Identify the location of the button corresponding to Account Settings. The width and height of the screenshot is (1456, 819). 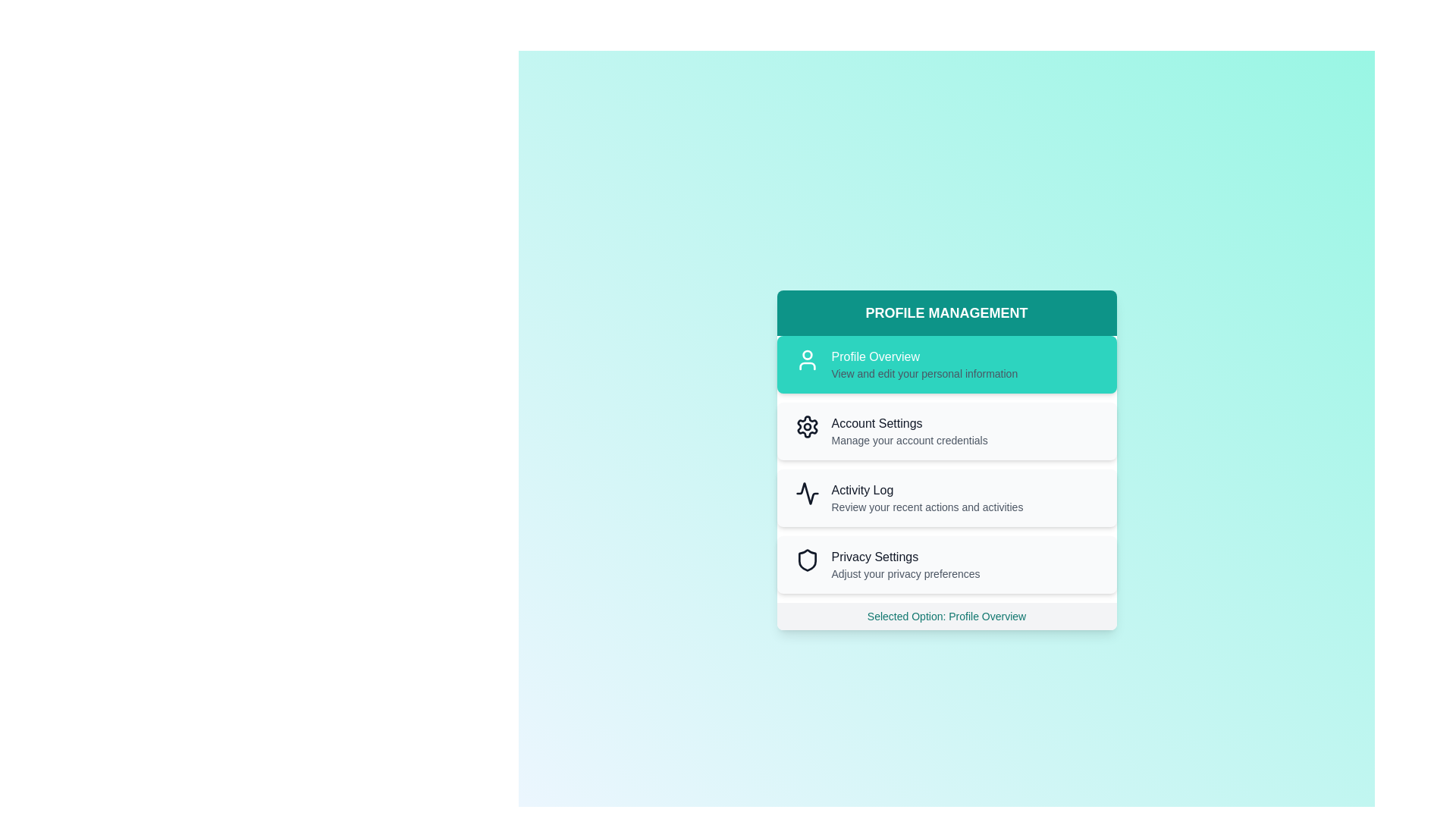
(946, 431).